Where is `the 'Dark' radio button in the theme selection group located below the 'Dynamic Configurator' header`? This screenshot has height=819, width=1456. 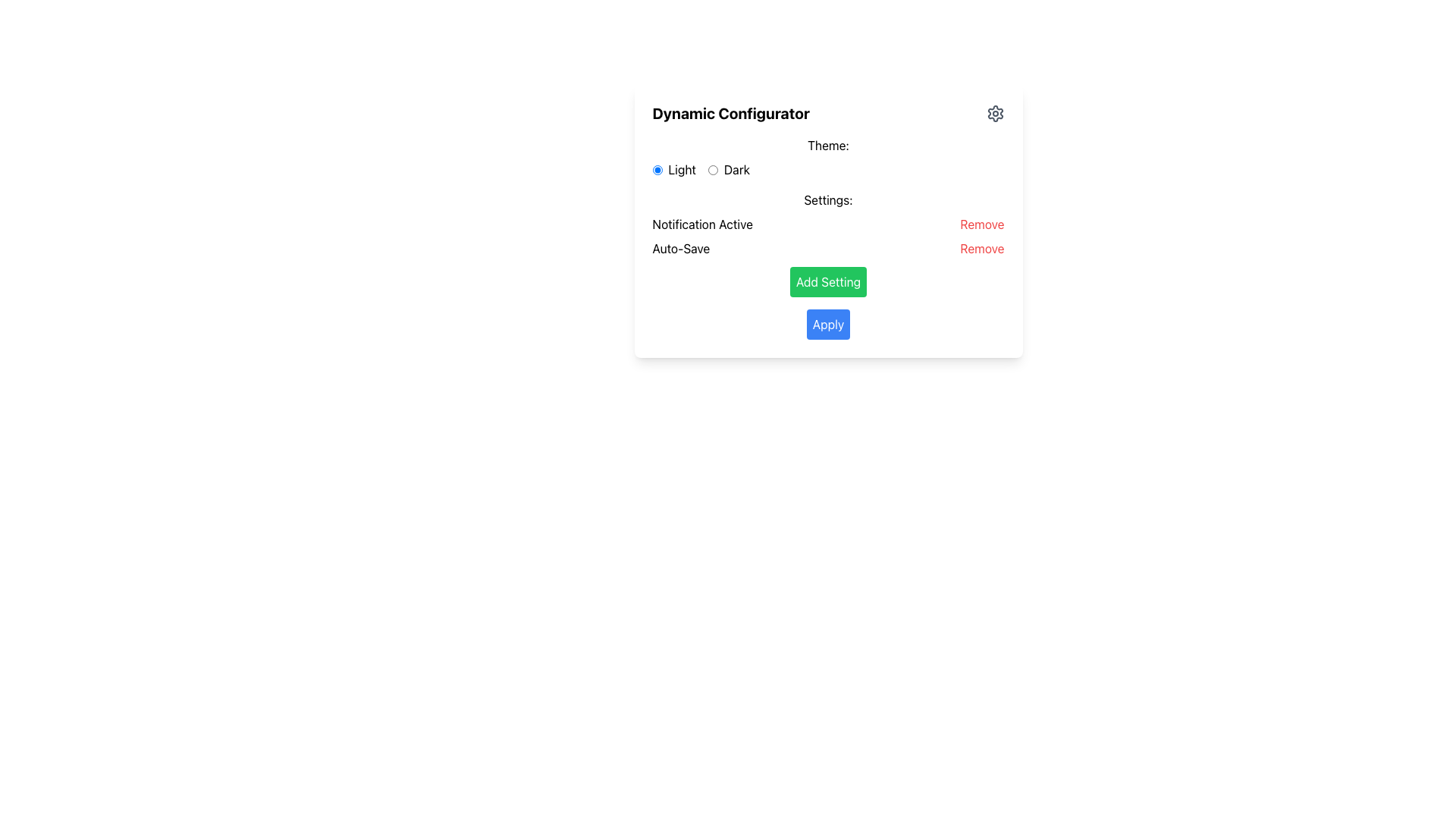
the 'Dark' radio button in the theme selection group located below the 'Dynamic Configurator' header is located at coordinates (827, 158).